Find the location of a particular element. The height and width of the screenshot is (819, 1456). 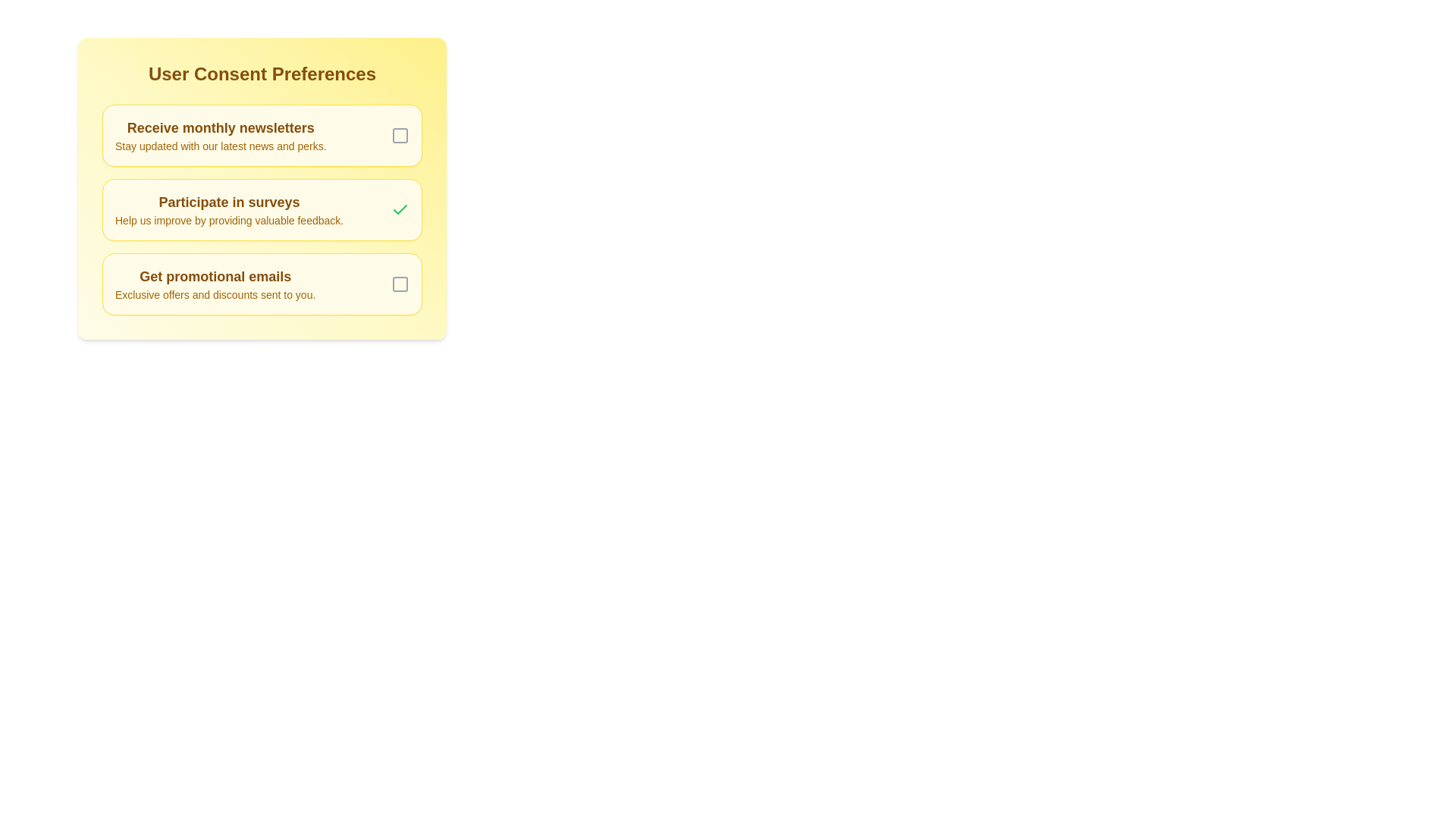

the text label that displays 'Participate in surveys', which is prominently positioned between 'Receive monthly newsletters' and 'Get promotional emails' in the consent preferences section is located at coordinates (228, 201).